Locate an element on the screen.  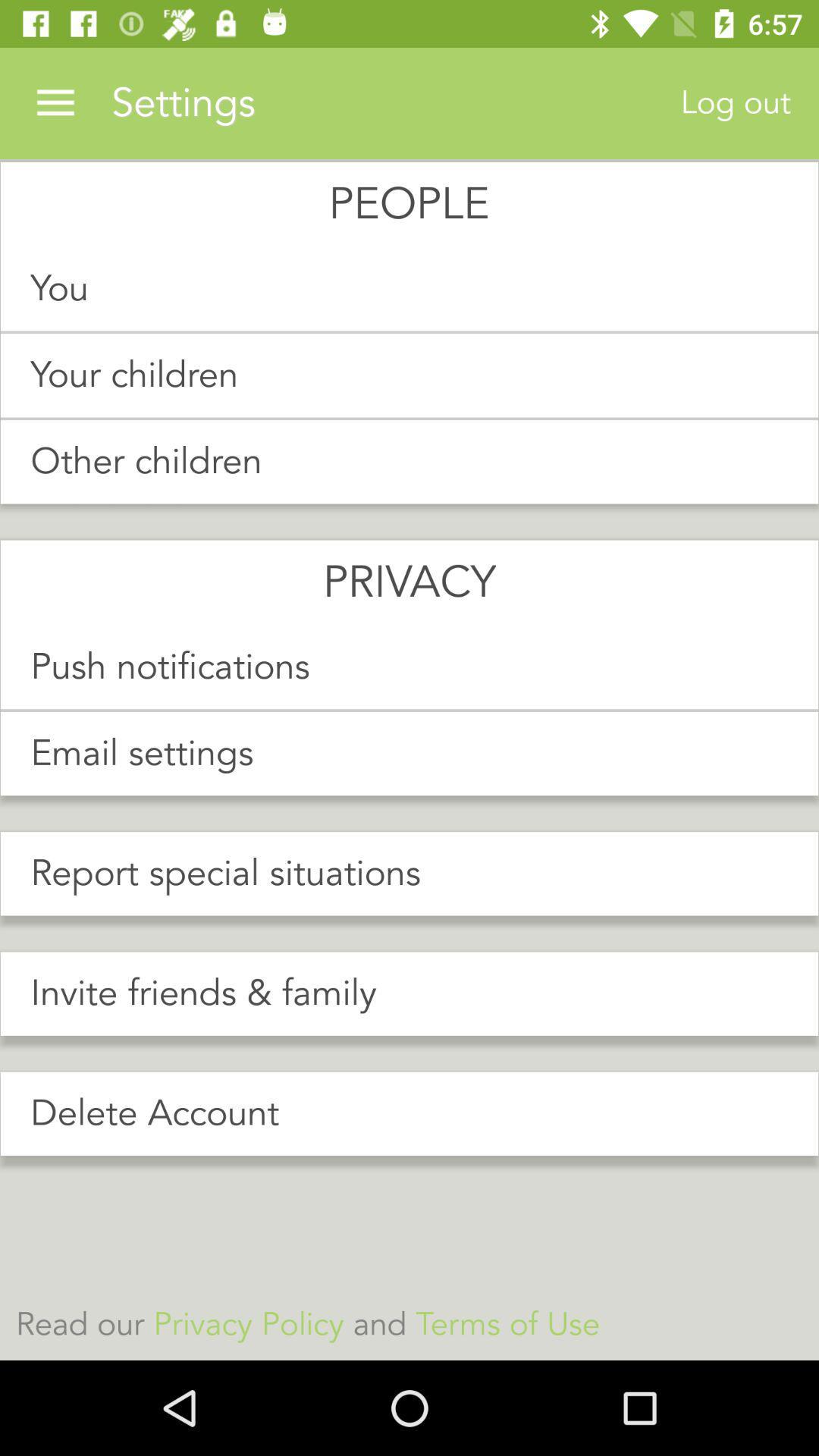
the icon to the left of the settings icon is located at coordinates (55, 102).